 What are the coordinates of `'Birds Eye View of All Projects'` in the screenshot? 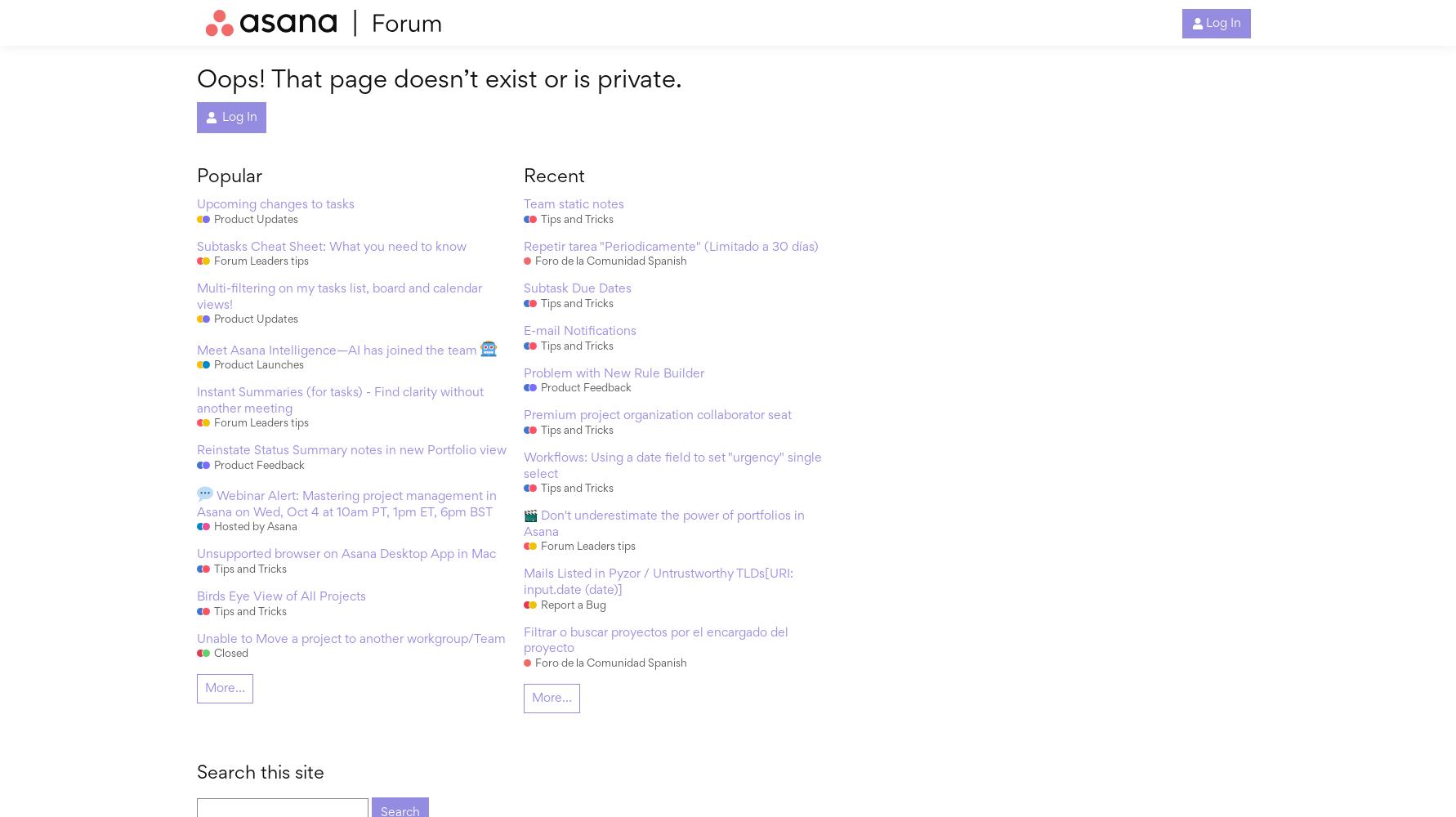 It's located at (196, 596).